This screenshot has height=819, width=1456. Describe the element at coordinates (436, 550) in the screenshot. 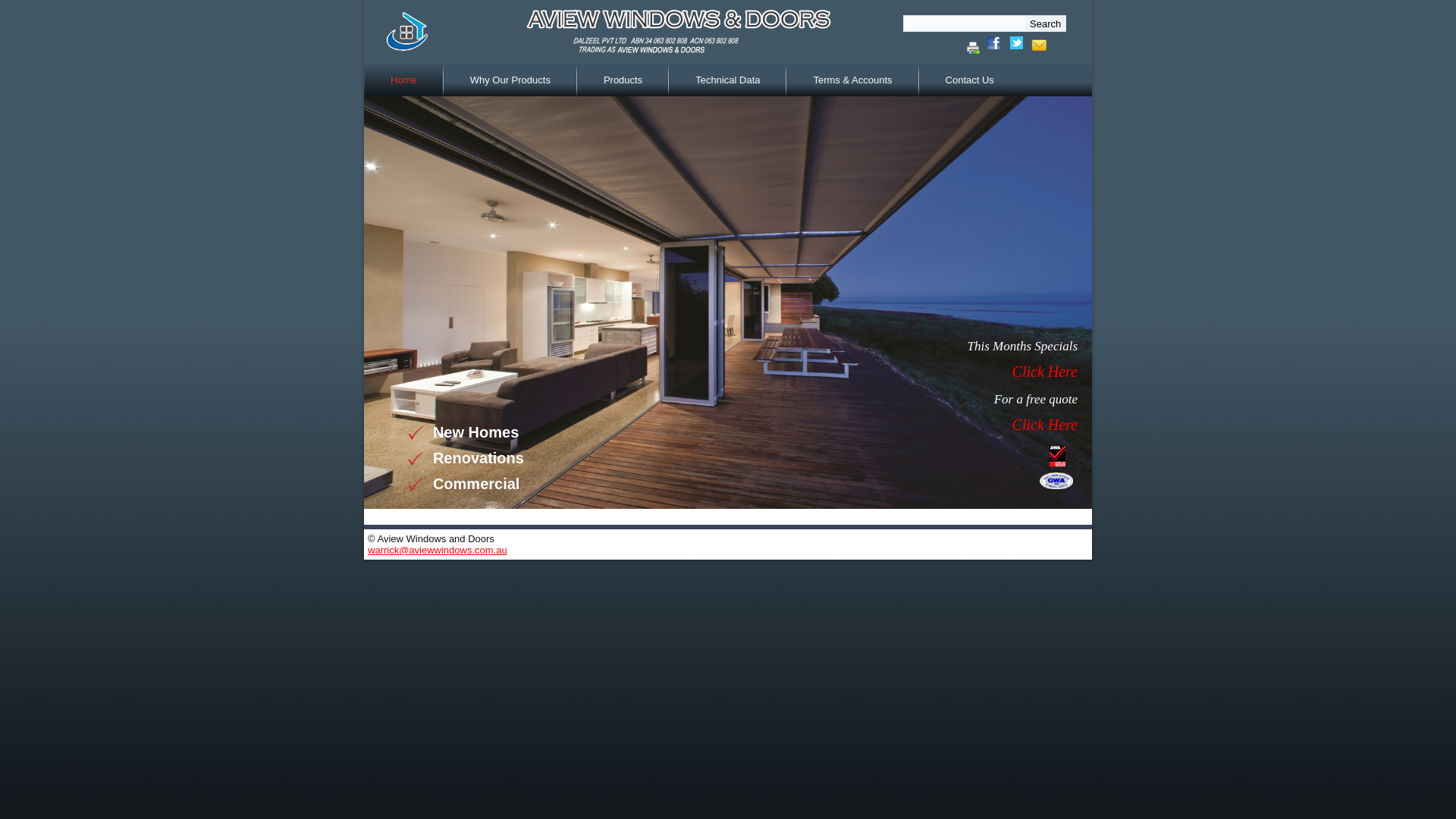

I see `'warrick@aviewwindows.com.au'` at that location.